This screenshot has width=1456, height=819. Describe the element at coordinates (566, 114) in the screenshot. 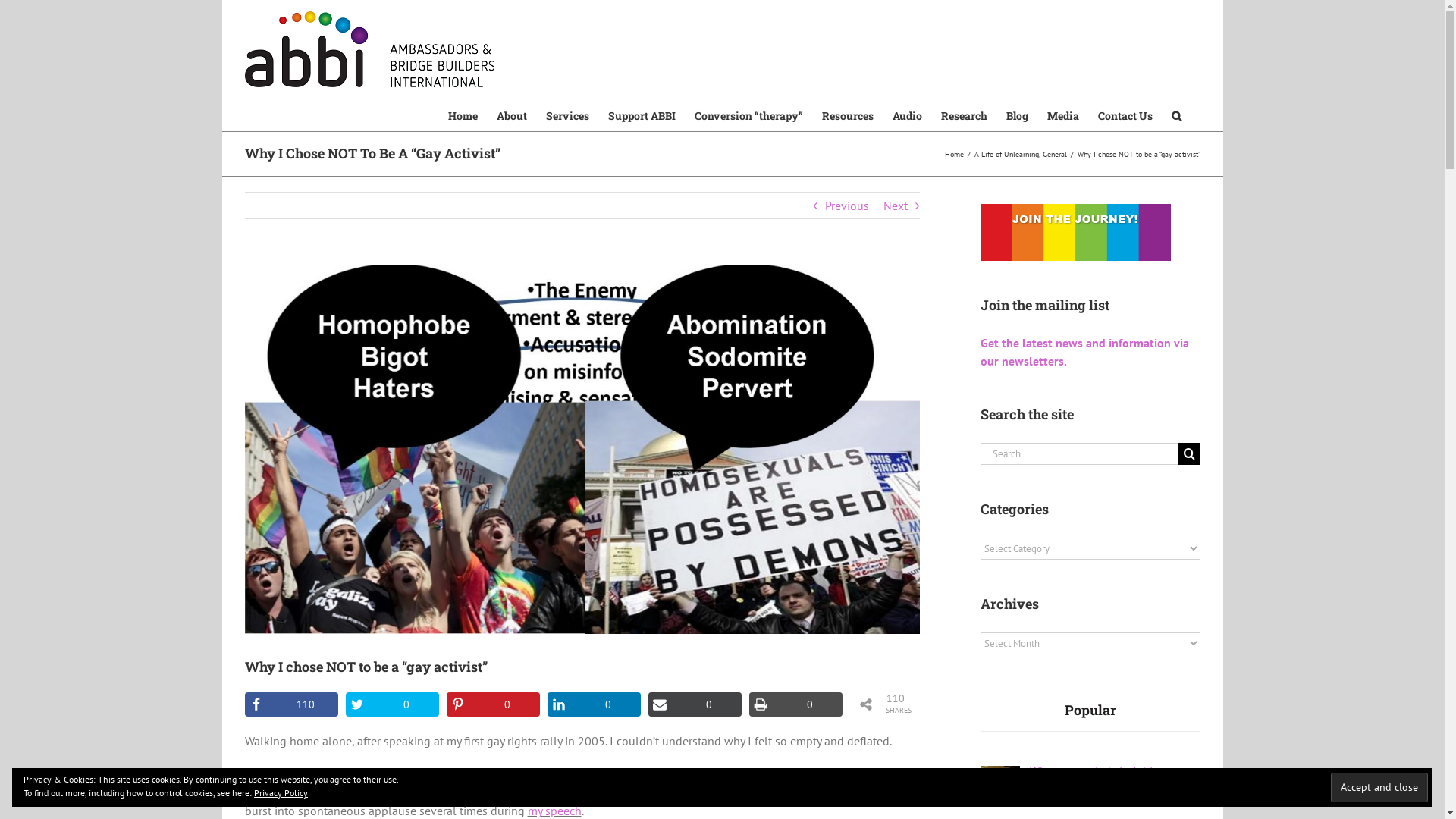

I see `'Services'` at that location.